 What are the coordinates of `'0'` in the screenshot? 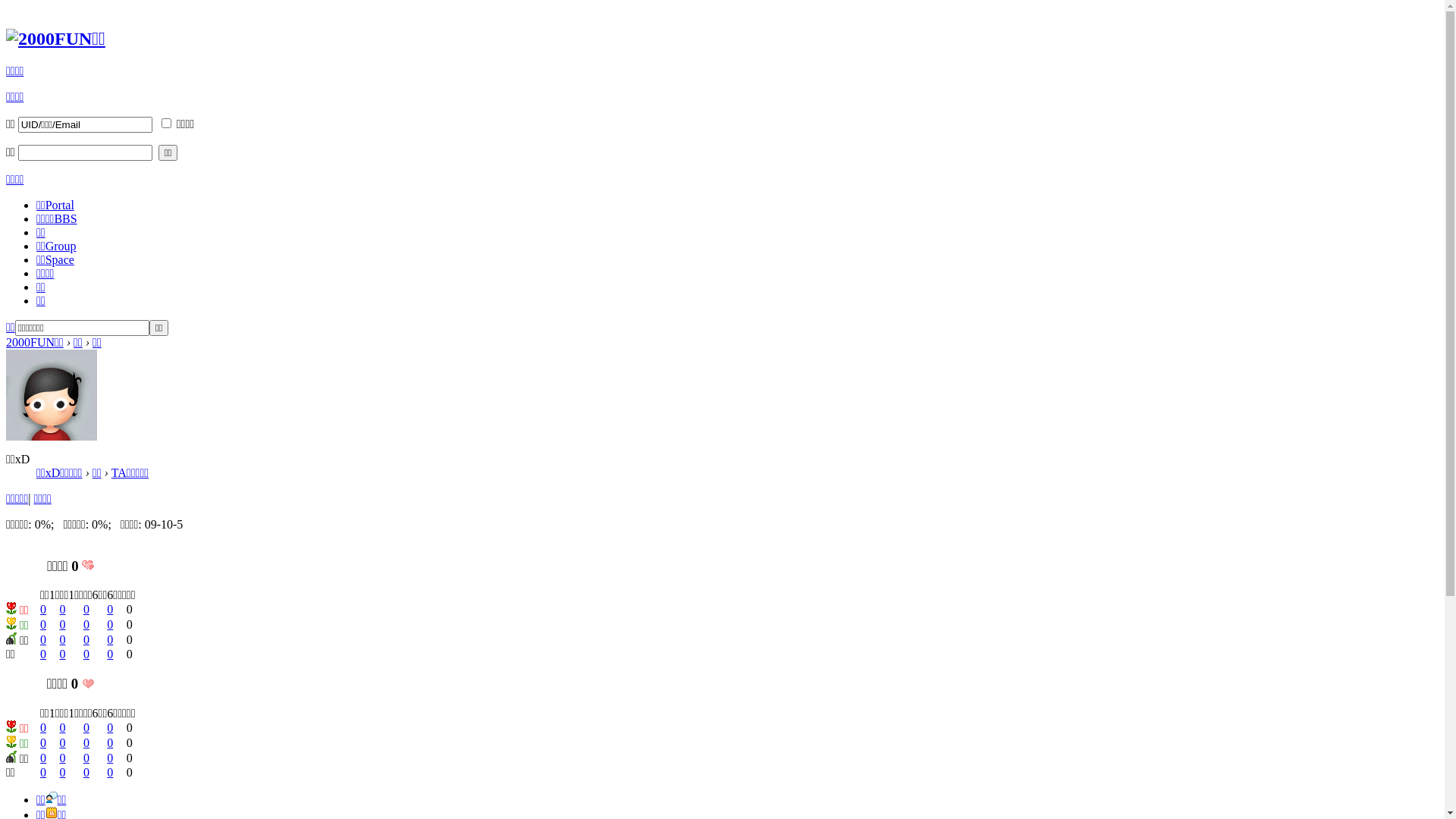 It's located at (43, 758).